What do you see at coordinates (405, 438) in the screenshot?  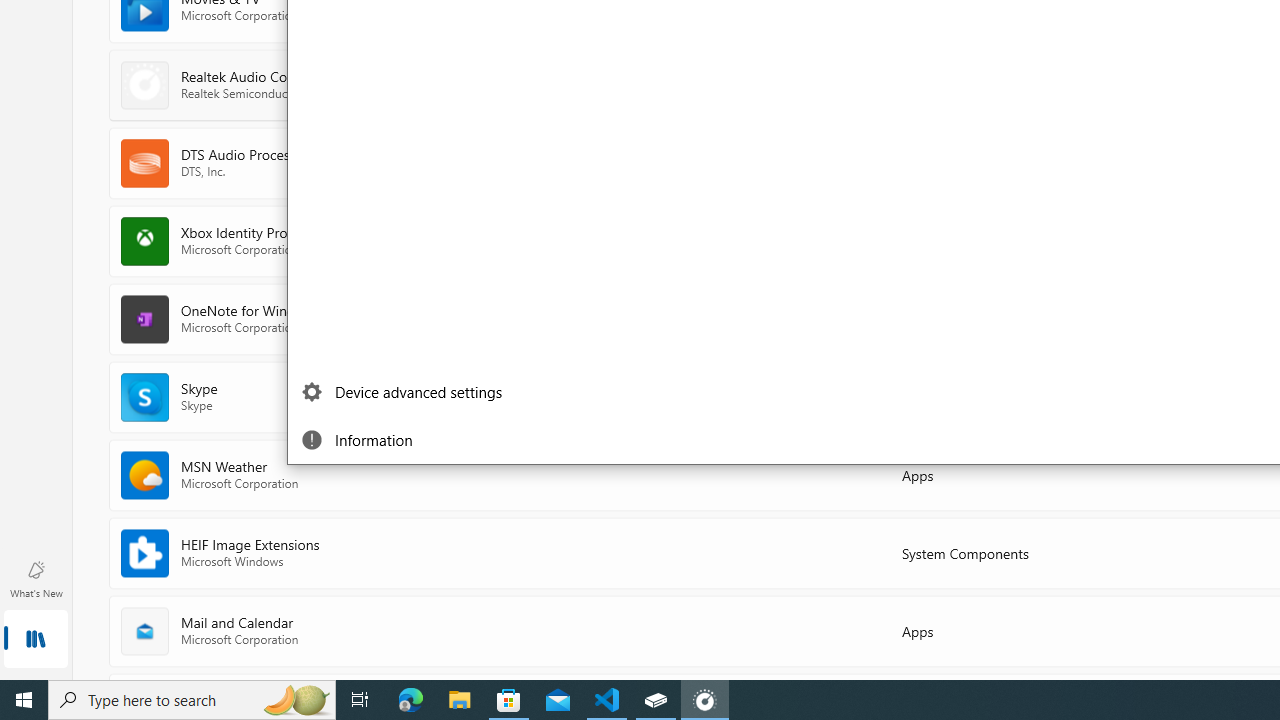 I see `'Information'` at bounding box center [405, 438].